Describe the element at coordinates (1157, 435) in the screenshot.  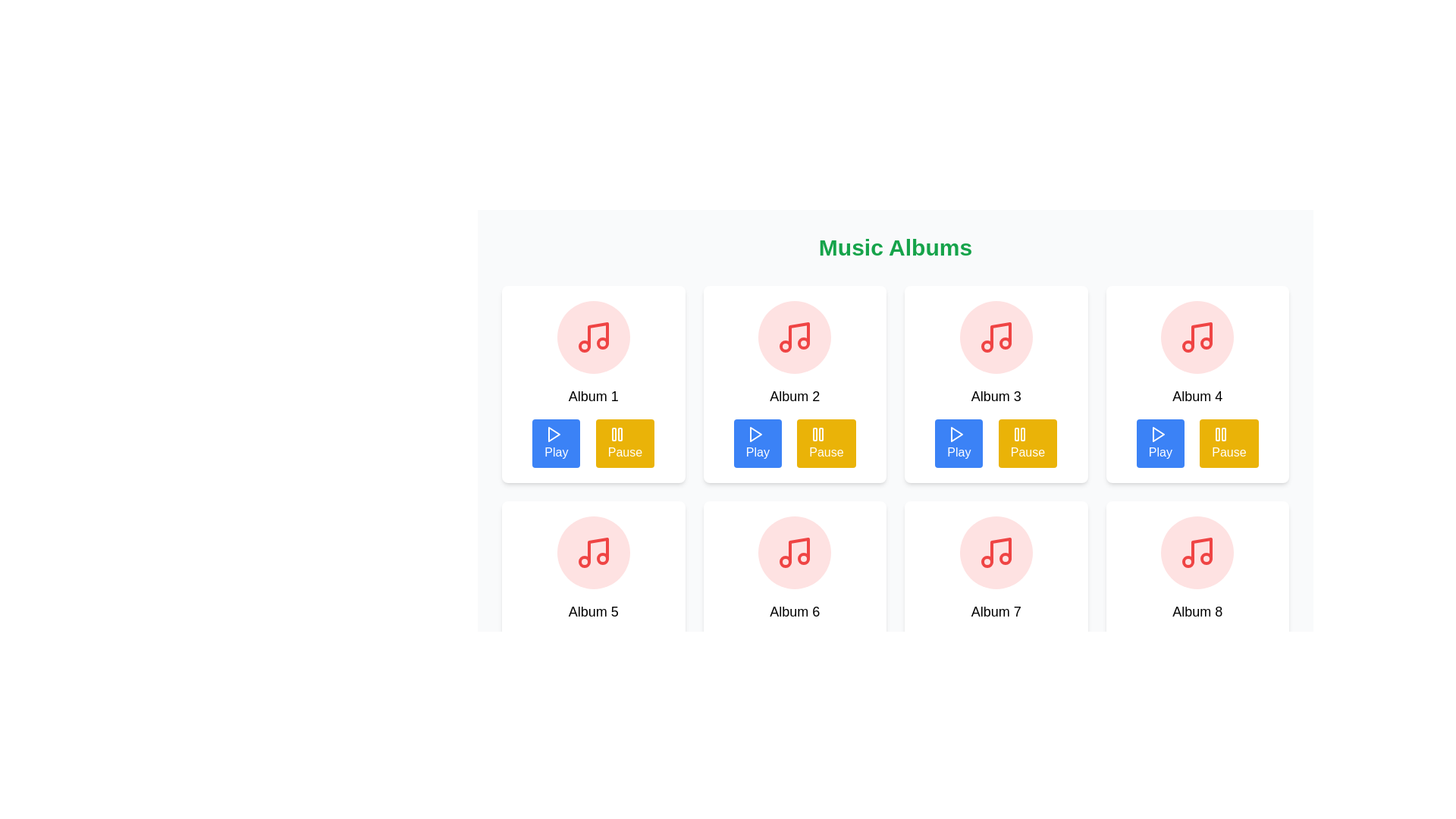
I see `the 'Play' button associated with 'Album 4' in the first row of the music album grid to initiate playback` at that location.